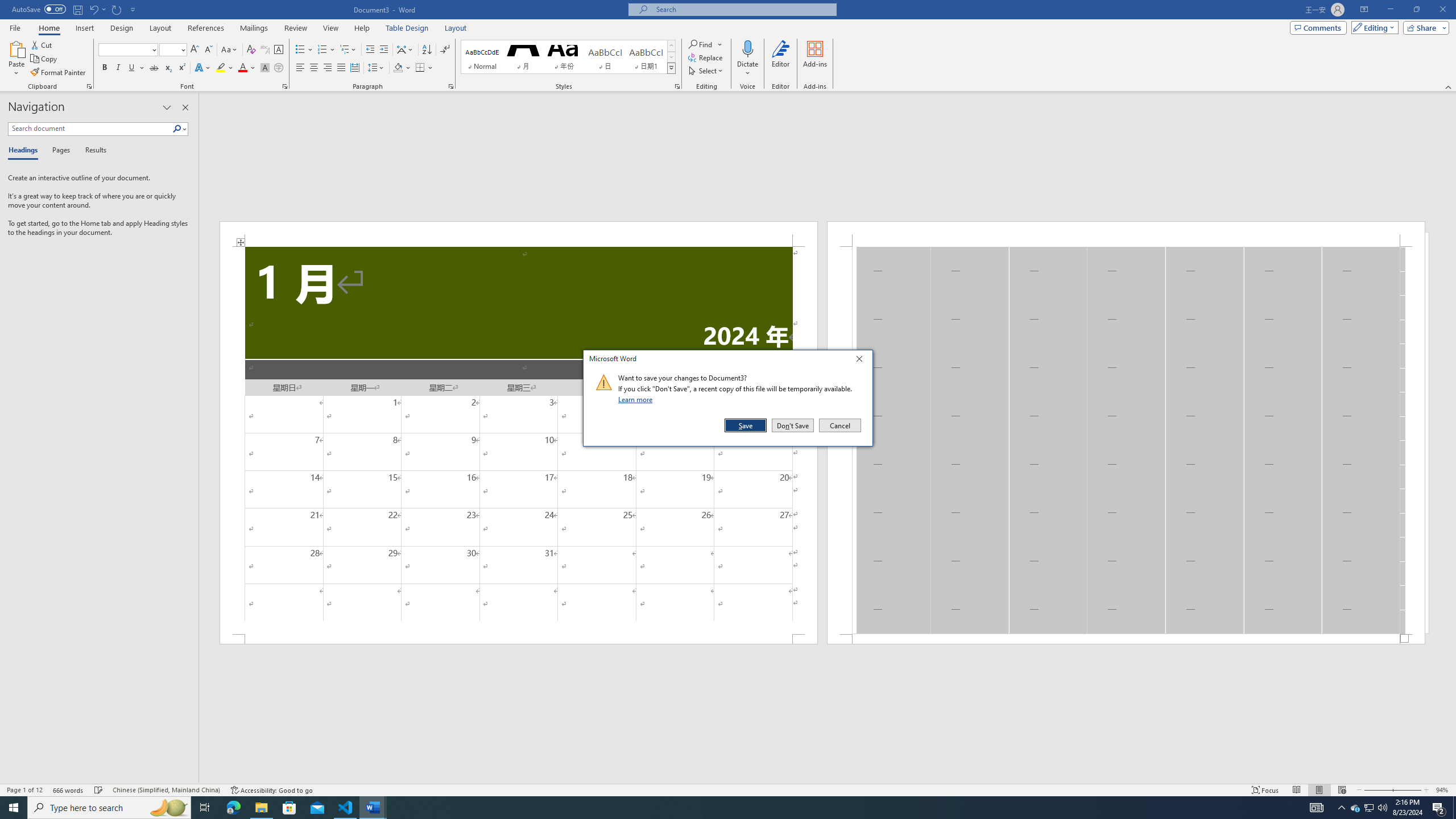  I want to click on 'Undo Apply Quick Style', so click(97, 9).